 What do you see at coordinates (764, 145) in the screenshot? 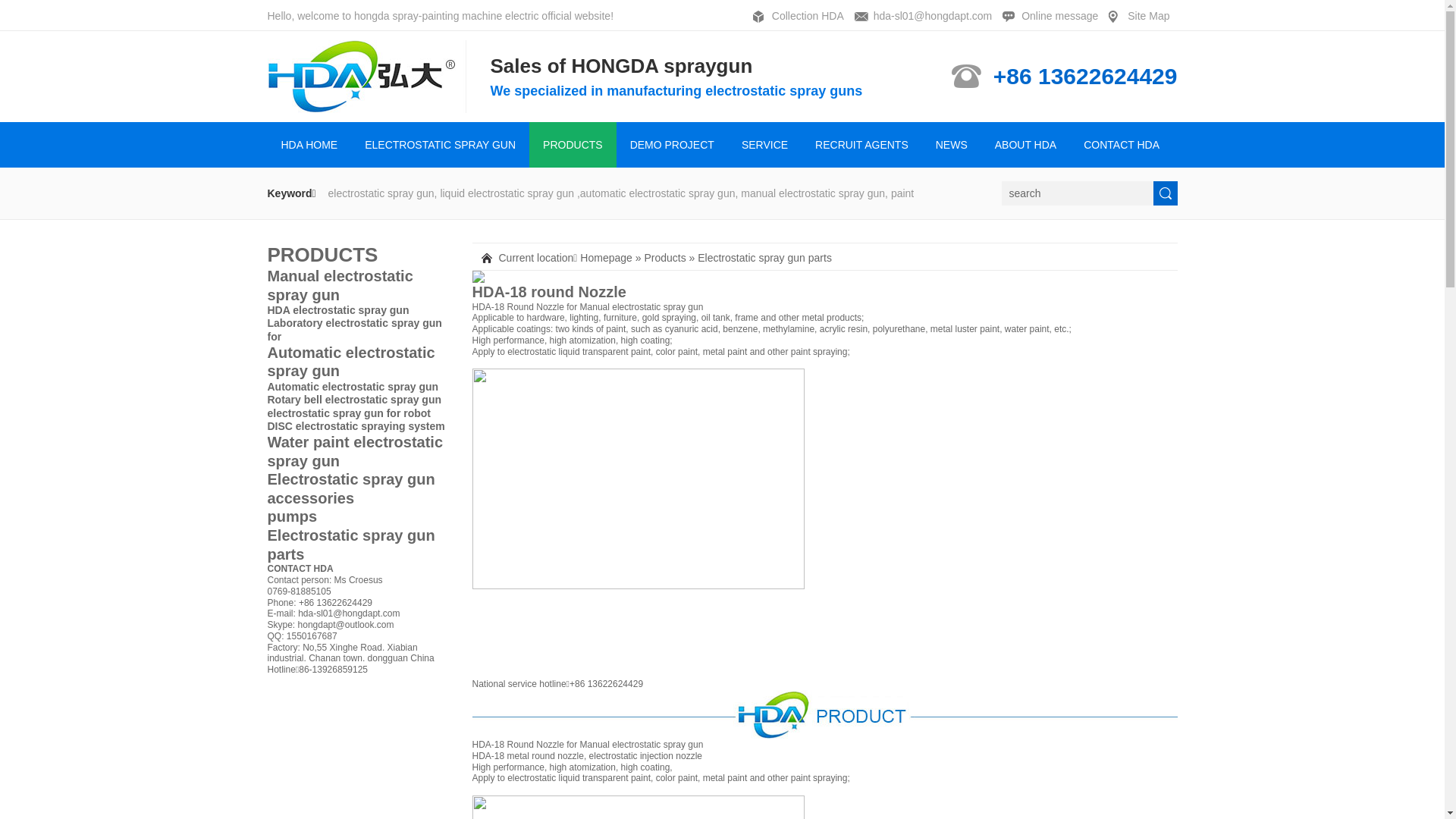
I see `'SERVICE'` at bounding box center [764, 145].